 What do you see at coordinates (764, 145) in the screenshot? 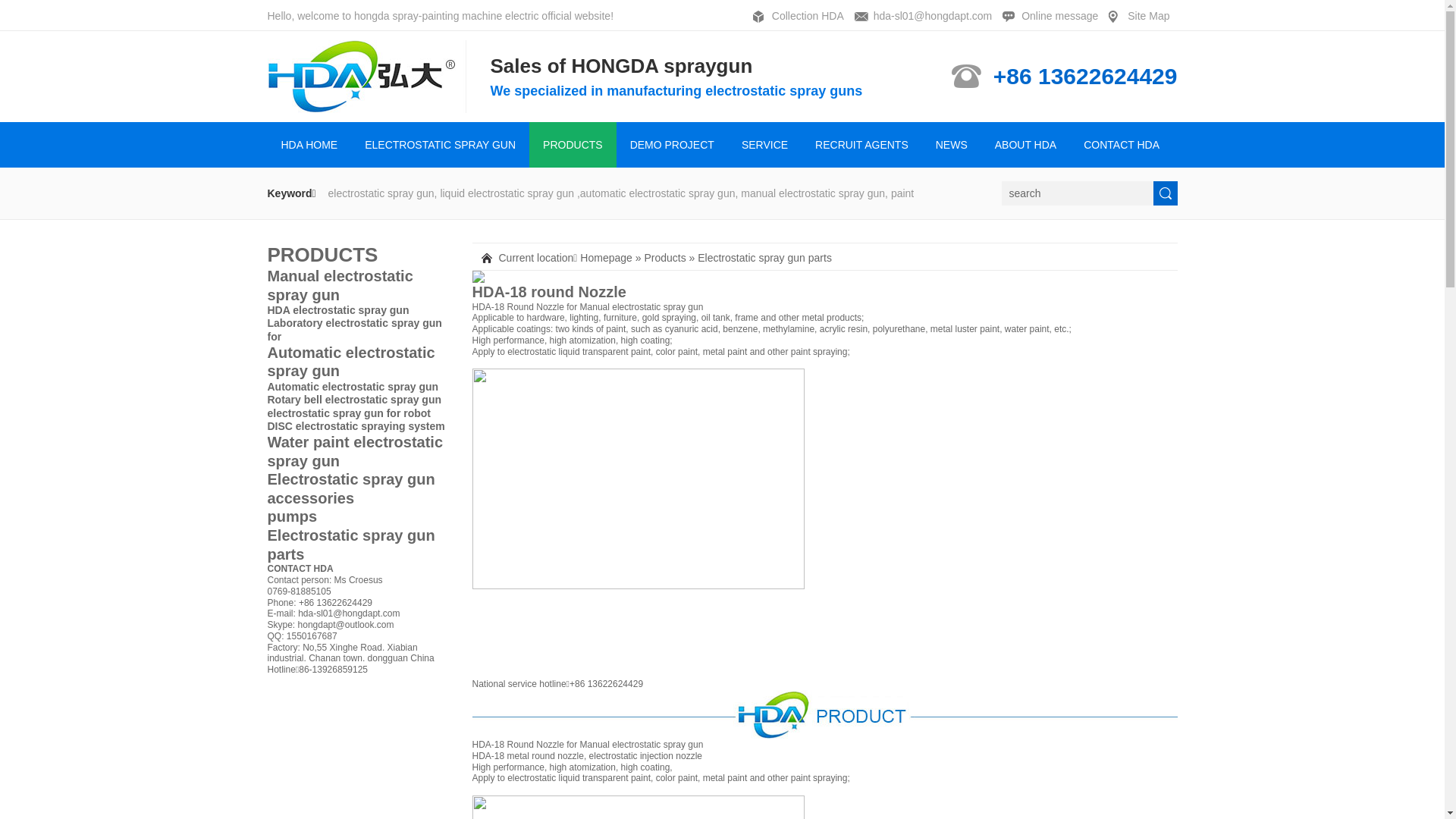
I see `'SERVICE'` at bounding box center [764, 145].